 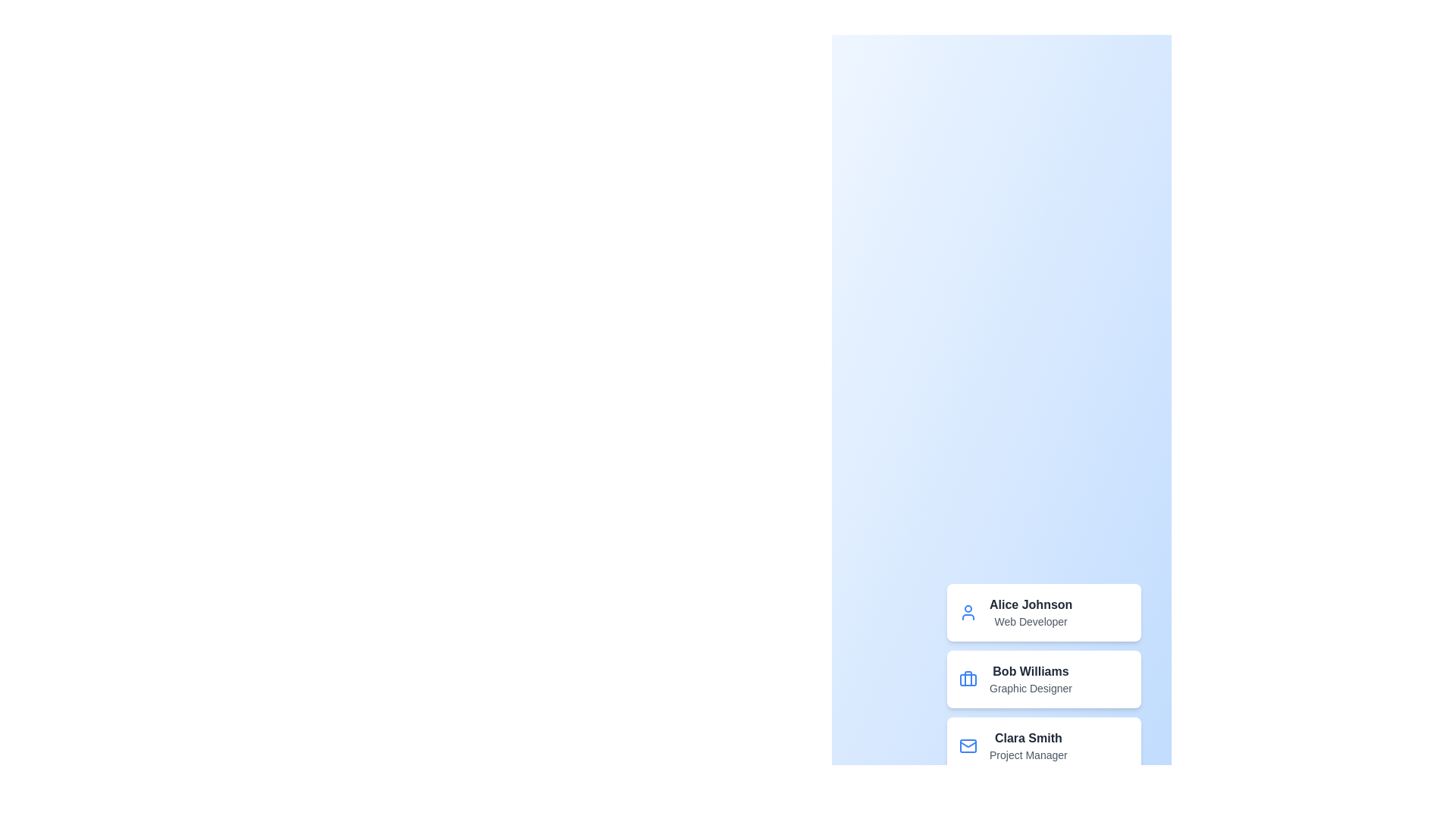 I want to click on the floating action button to toggle the menu visibility, so click(x=1118, y=800).